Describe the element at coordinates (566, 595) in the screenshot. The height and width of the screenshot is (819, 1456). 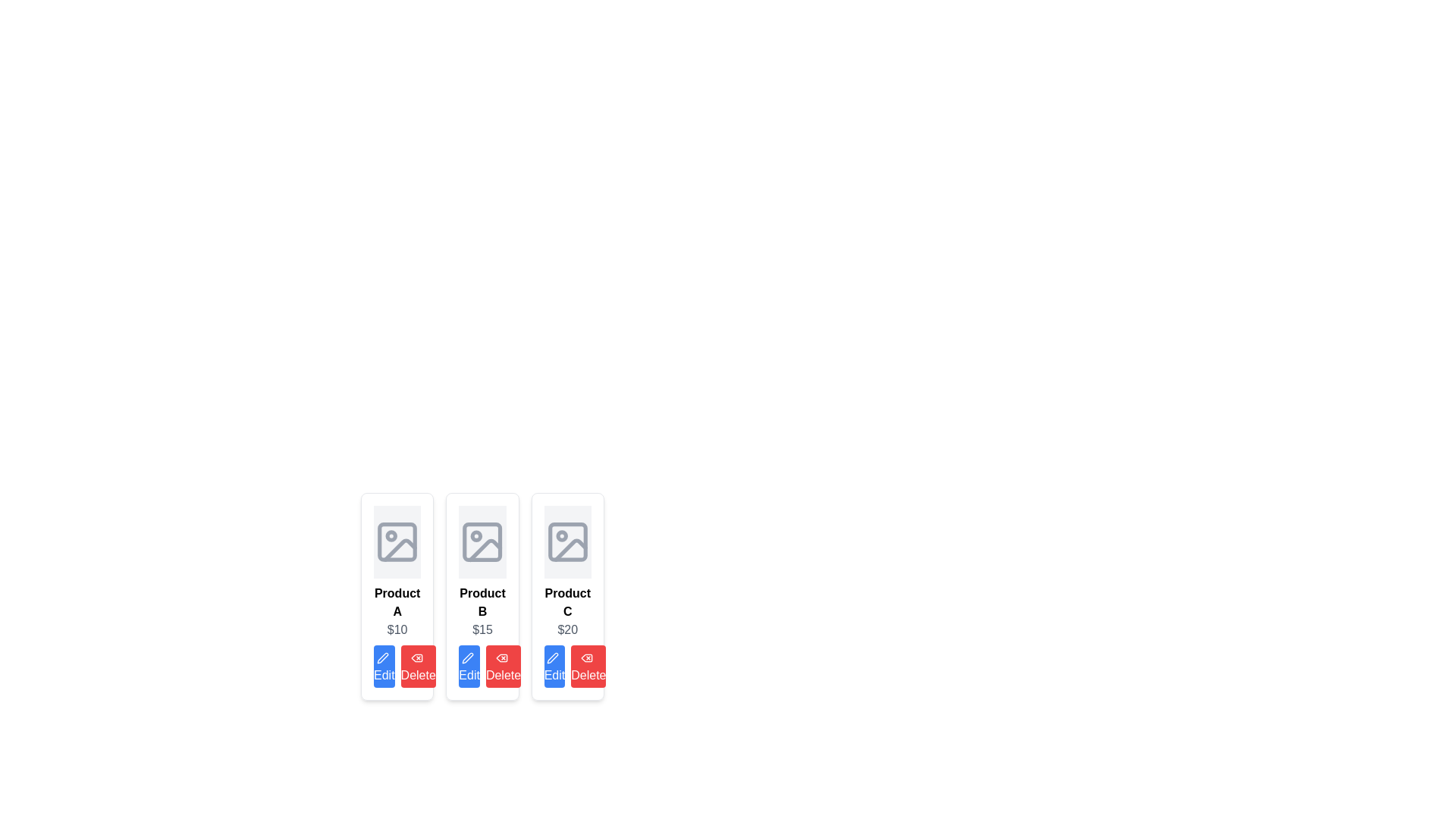
I see `the product image or price information of the Card component for Product C, located in the third column of the grid layout` at that location.